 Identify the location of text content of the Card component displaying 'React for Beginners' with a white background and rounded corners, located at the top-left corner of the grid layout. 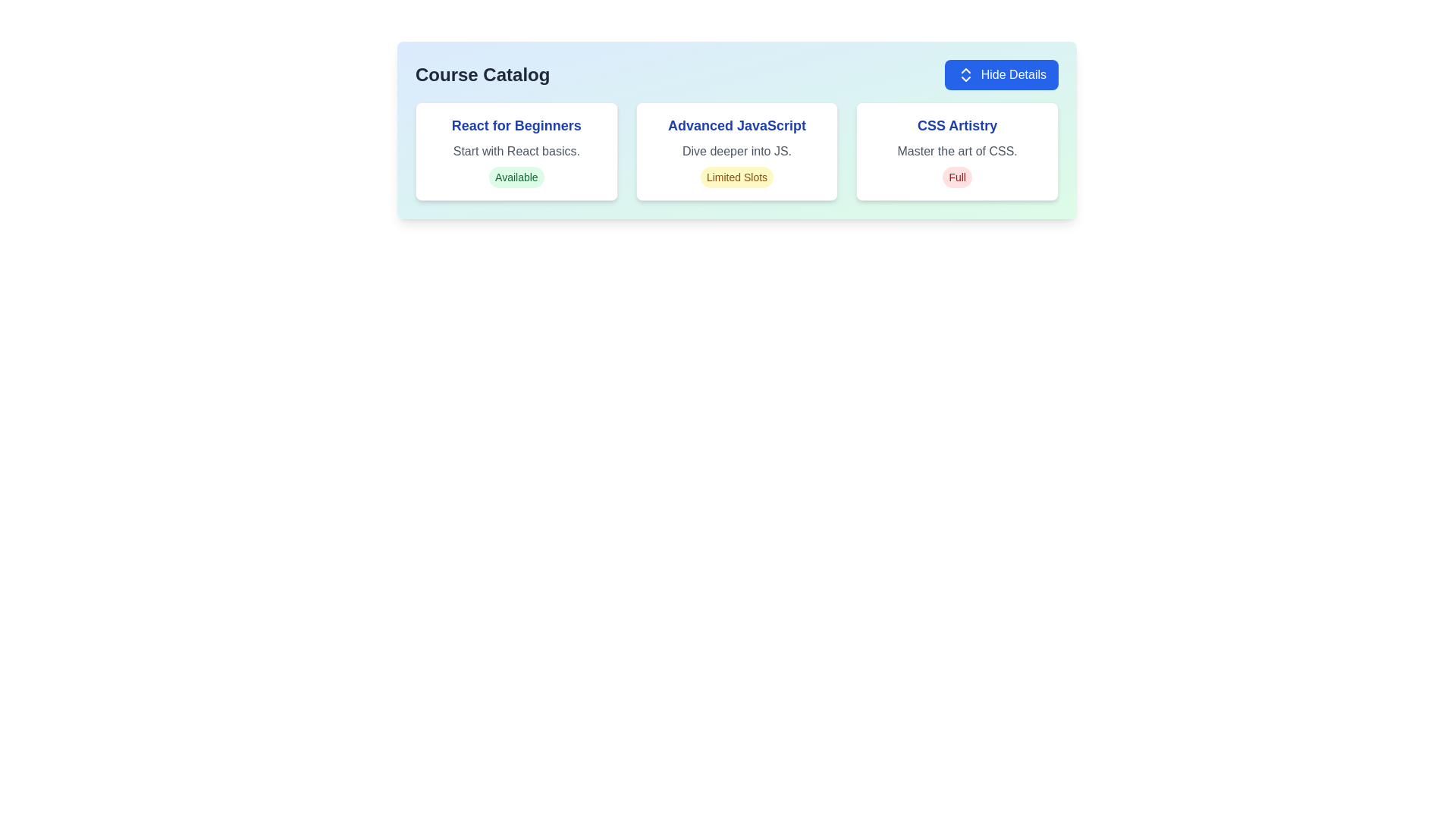
(516, 152).